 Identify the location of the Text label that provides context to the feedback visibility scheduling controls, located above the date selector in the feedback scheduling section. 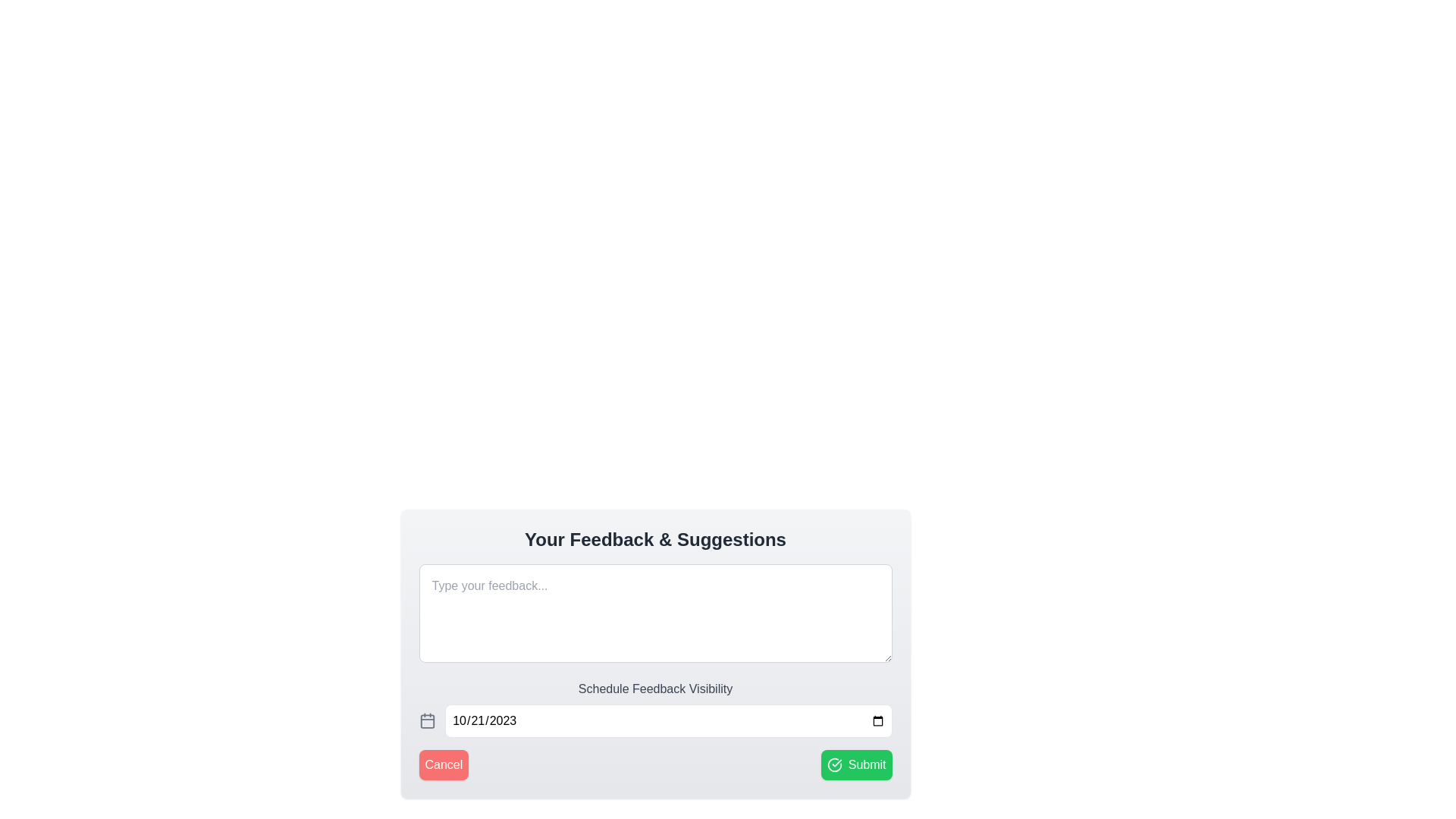
(655, 689).